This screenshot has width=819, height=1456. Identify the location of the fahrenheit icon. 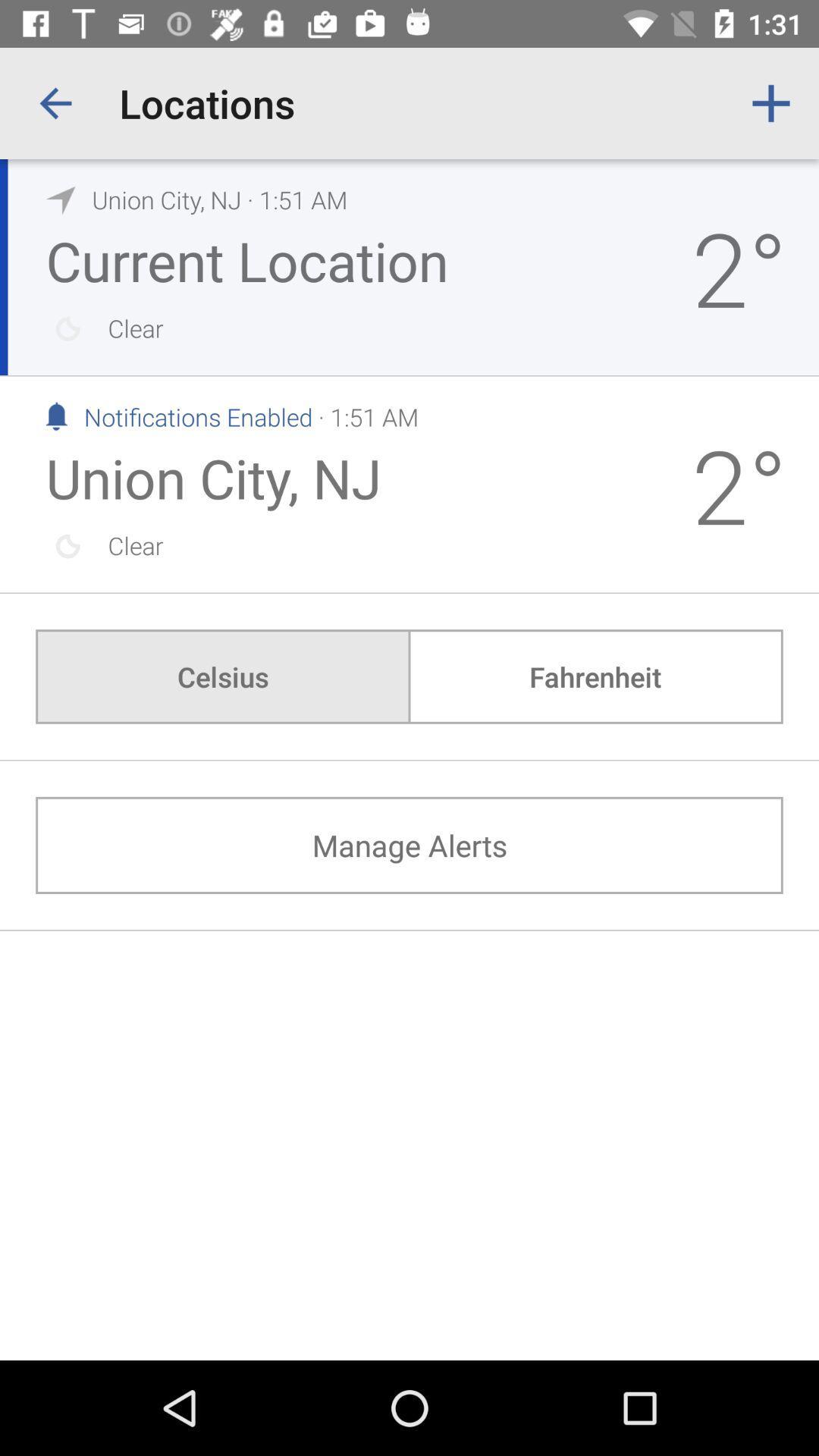
(595, 676).